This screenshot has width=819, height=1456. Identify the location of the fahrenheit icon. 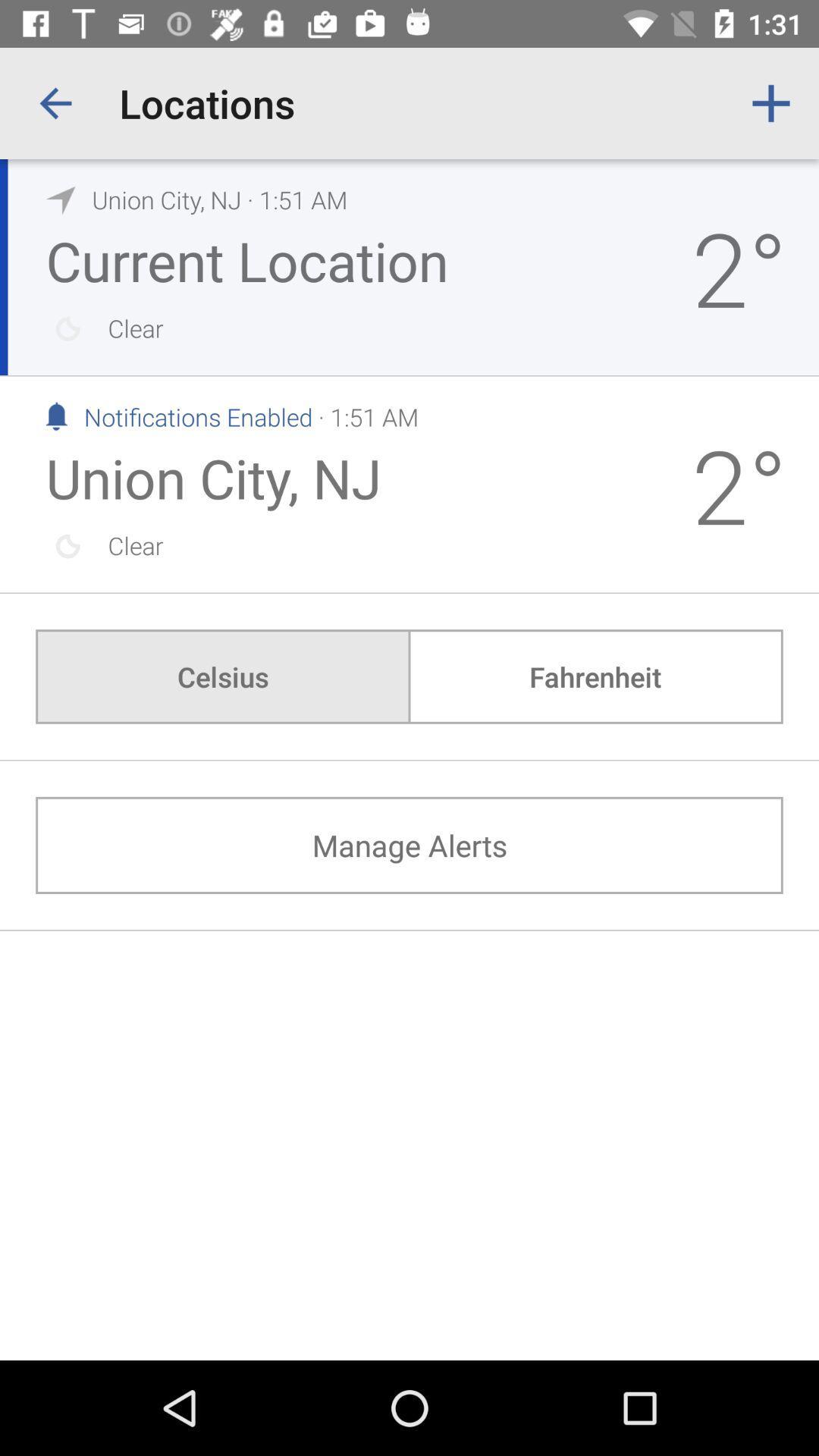
(595, 676).